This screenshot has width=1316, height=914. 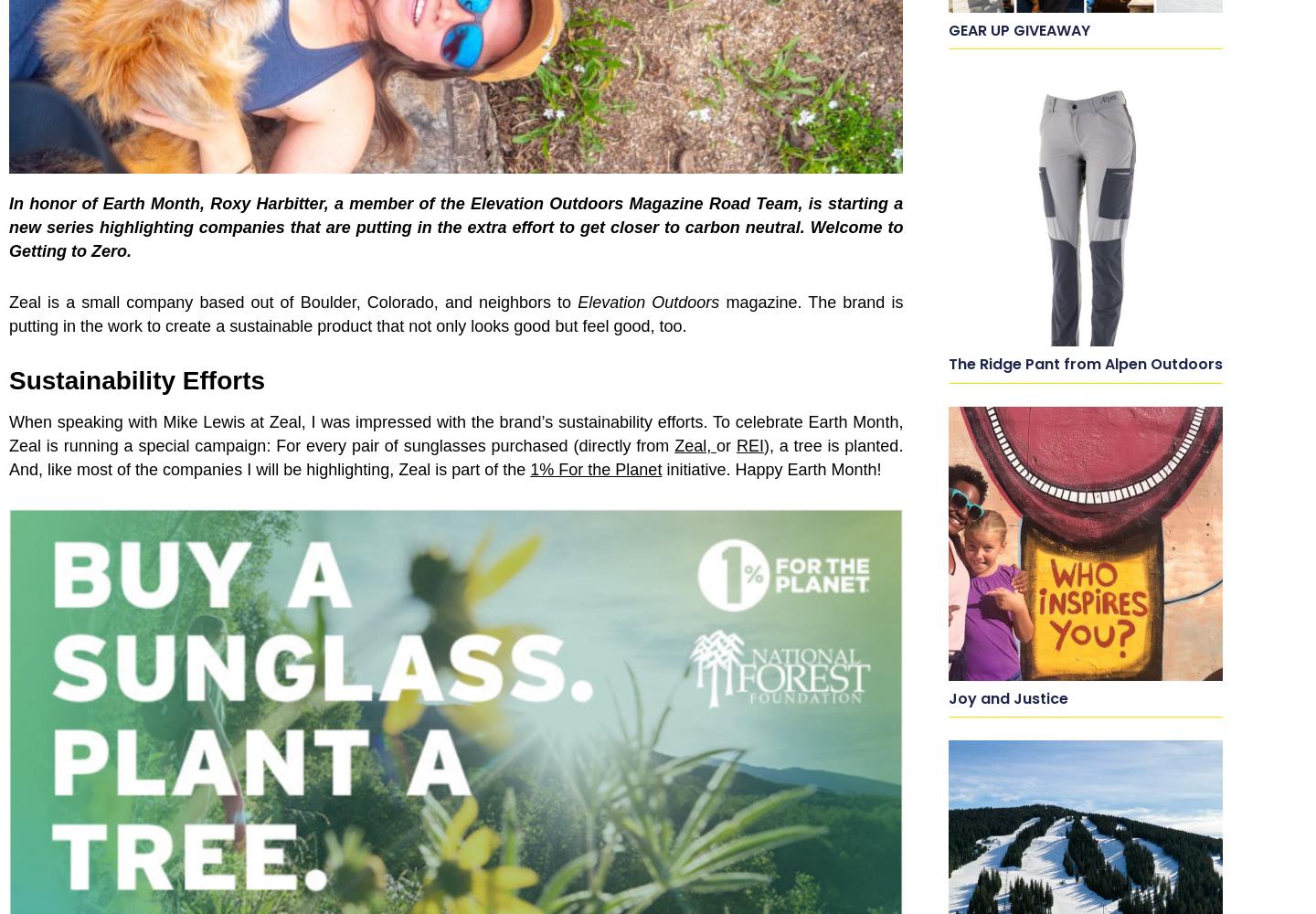 I want to click on 'Zeal,', so click(x=695, y=445).